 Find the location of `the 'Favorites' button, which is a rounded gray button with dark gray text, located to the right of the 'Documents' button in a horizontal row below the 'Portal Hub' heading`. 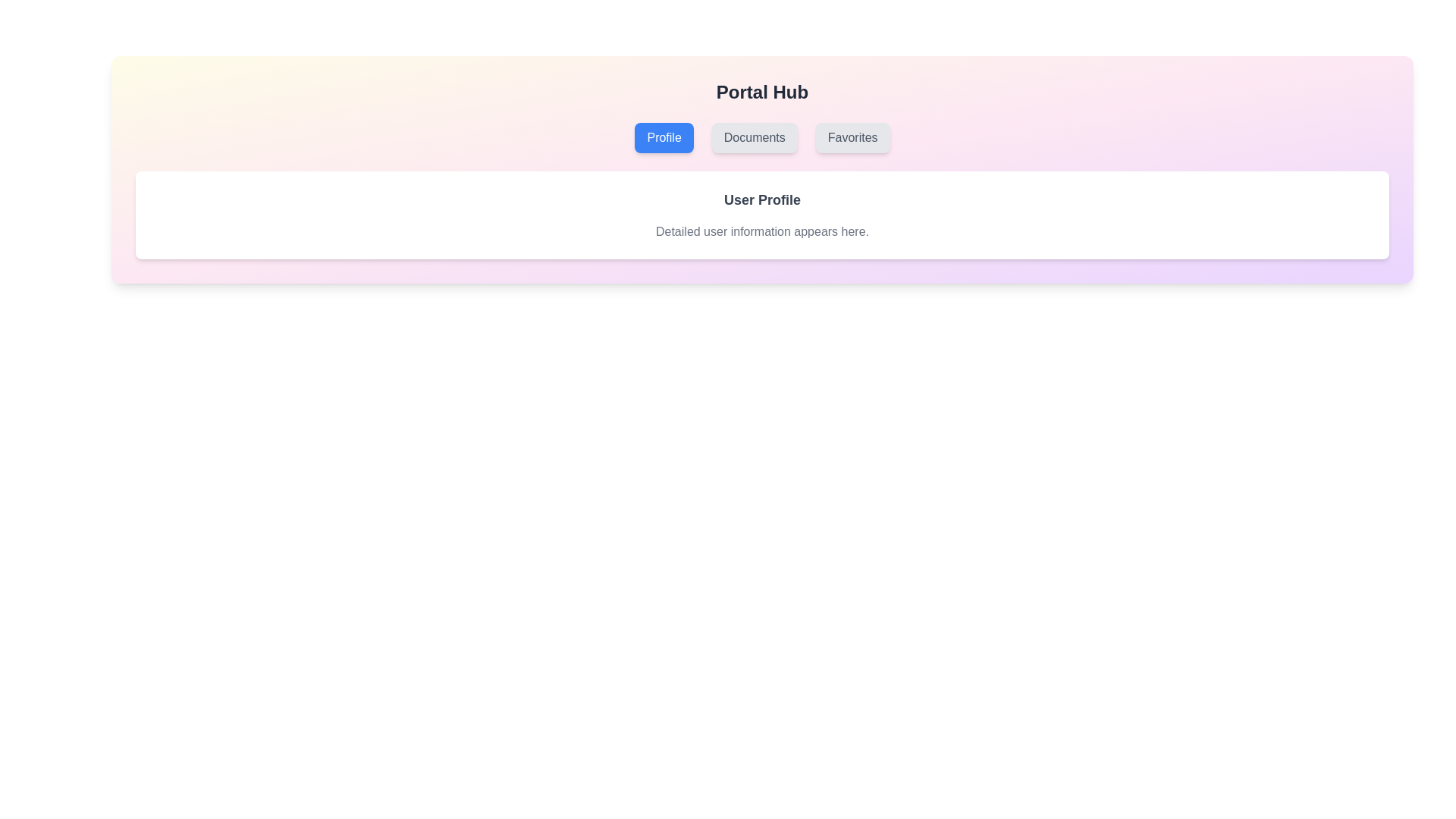

the 'Favorites' button, which is a rounded gray button with dark gray text, located to the right of the 'Documents' button in a horizontal row below the 'Portal Hub' heading is located at coordinates (852, 137).